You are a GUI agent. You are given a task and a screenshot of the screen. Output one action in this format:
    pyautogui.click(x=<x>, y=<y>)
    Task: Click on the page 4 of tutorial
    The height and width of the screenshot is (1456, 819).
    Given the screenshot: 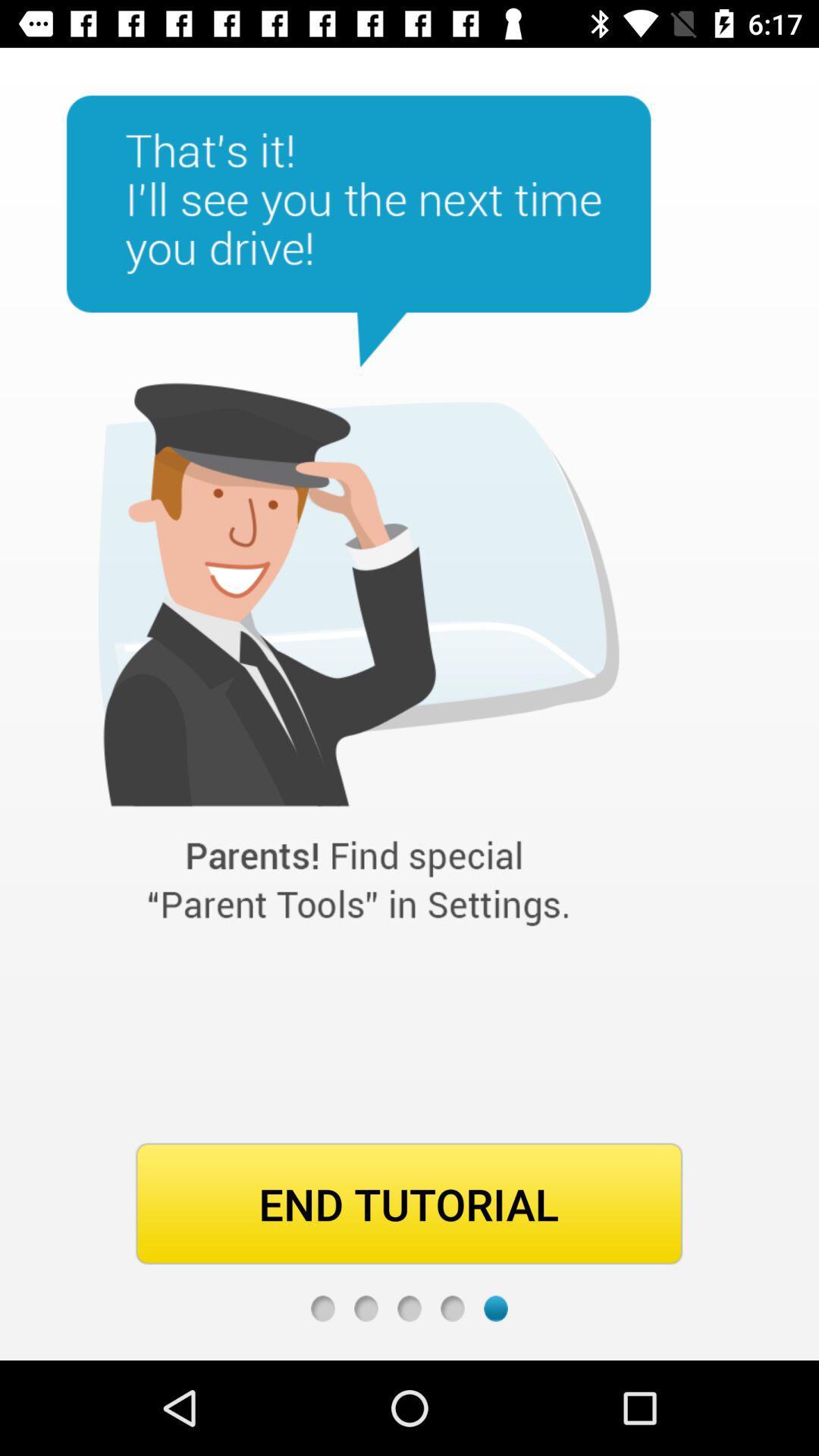 What is the action you would take?
    pyautogui.click(x=452, y=1307)
    